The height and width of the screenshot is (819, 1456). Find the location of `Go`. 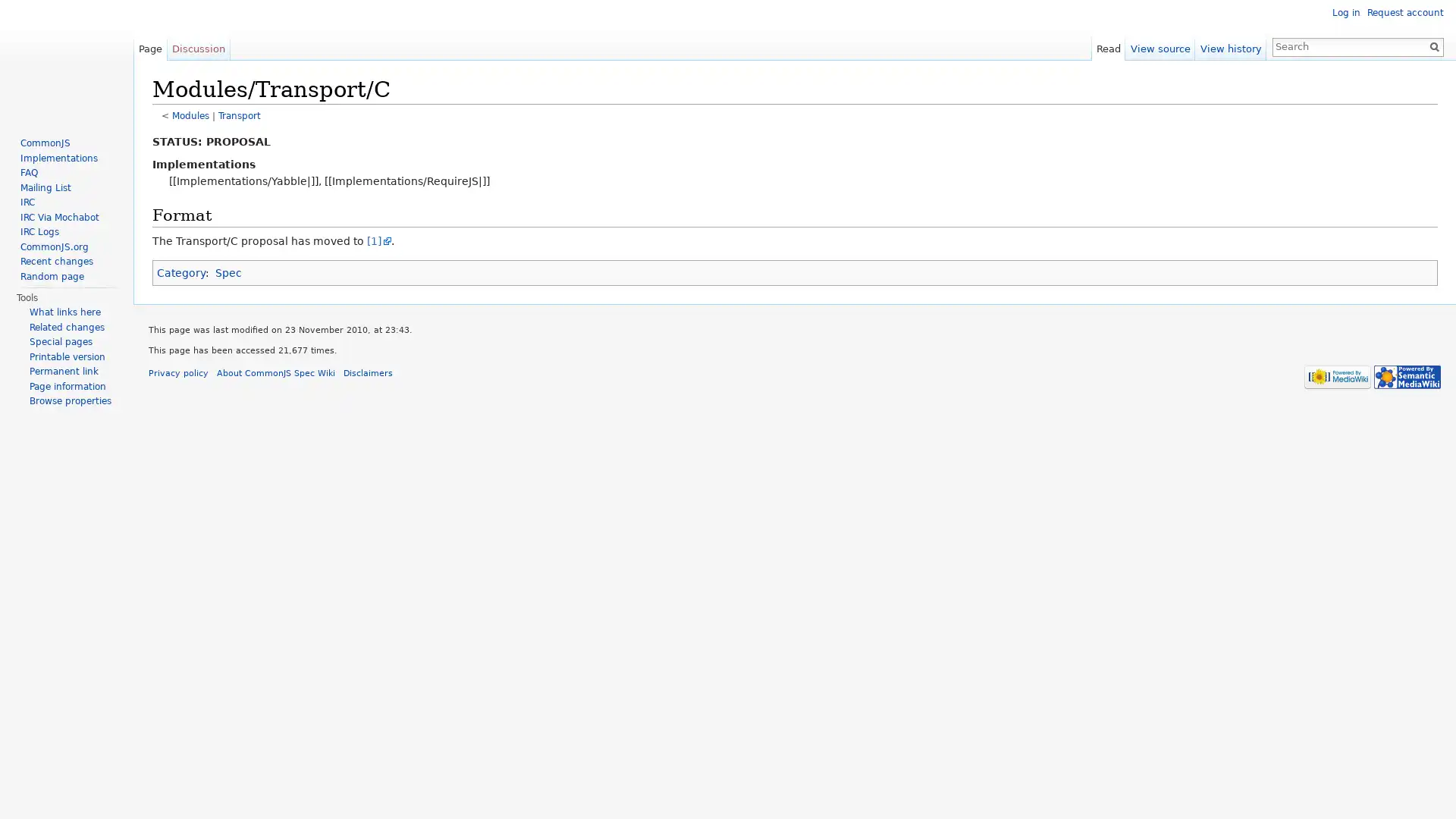

Go is located at coordinates (1433, 45).